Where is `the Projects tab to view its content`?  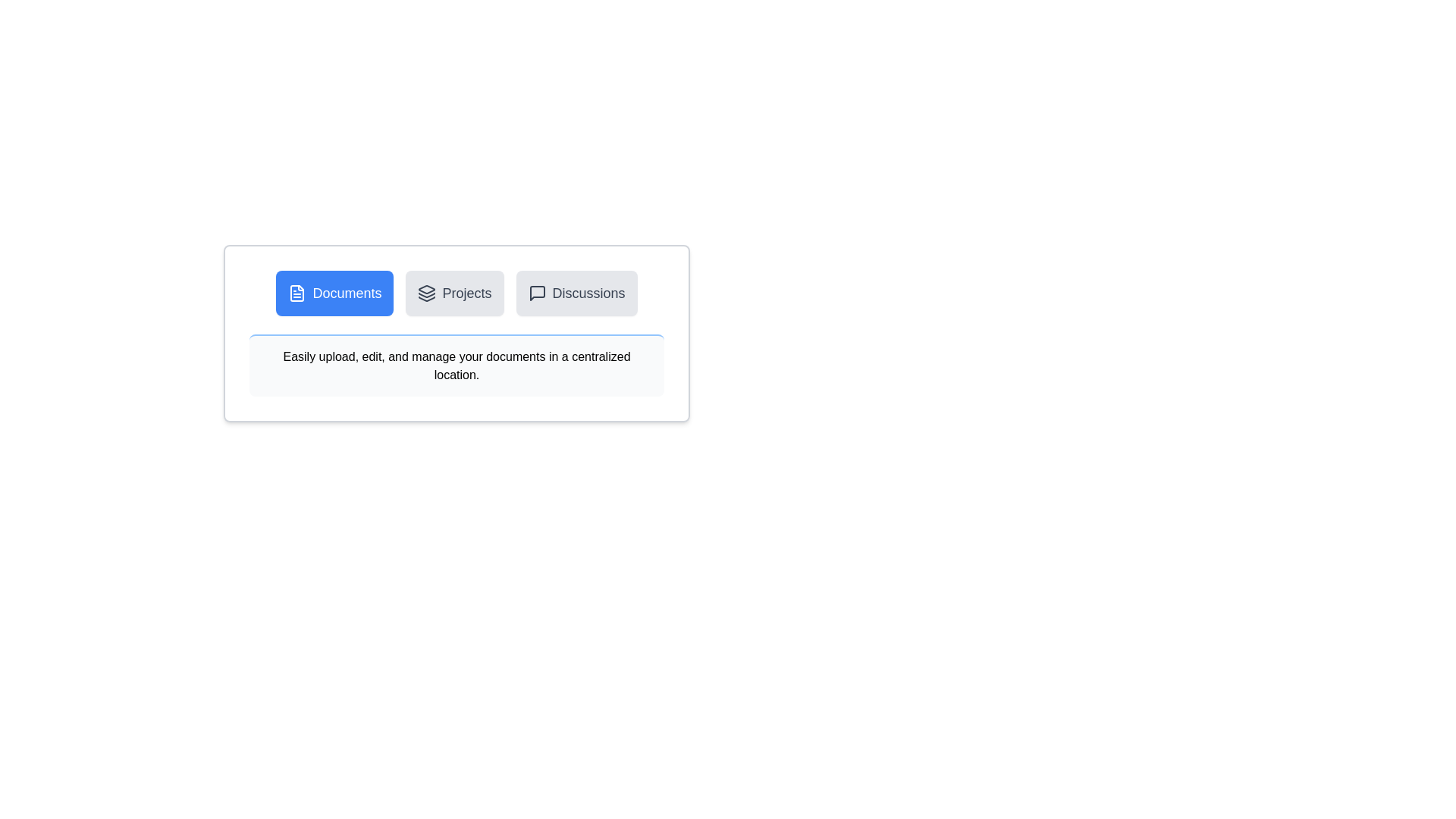
the Projects tab to view its content is located at coordinates (454, 293).